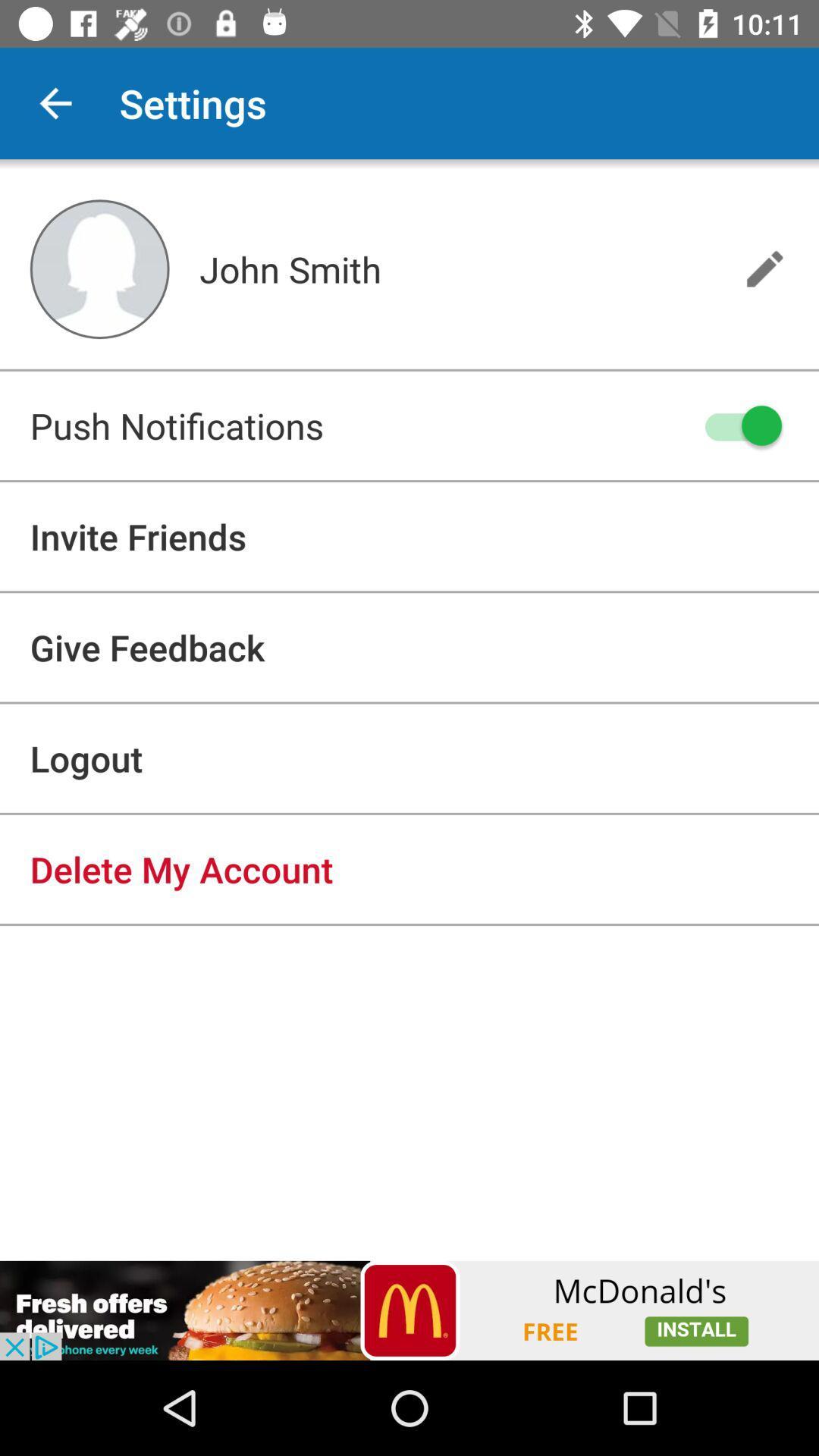  What do you see at coordinates (764, 268) in the screenshot?
I see `edit` at bounding box center [764, 268].